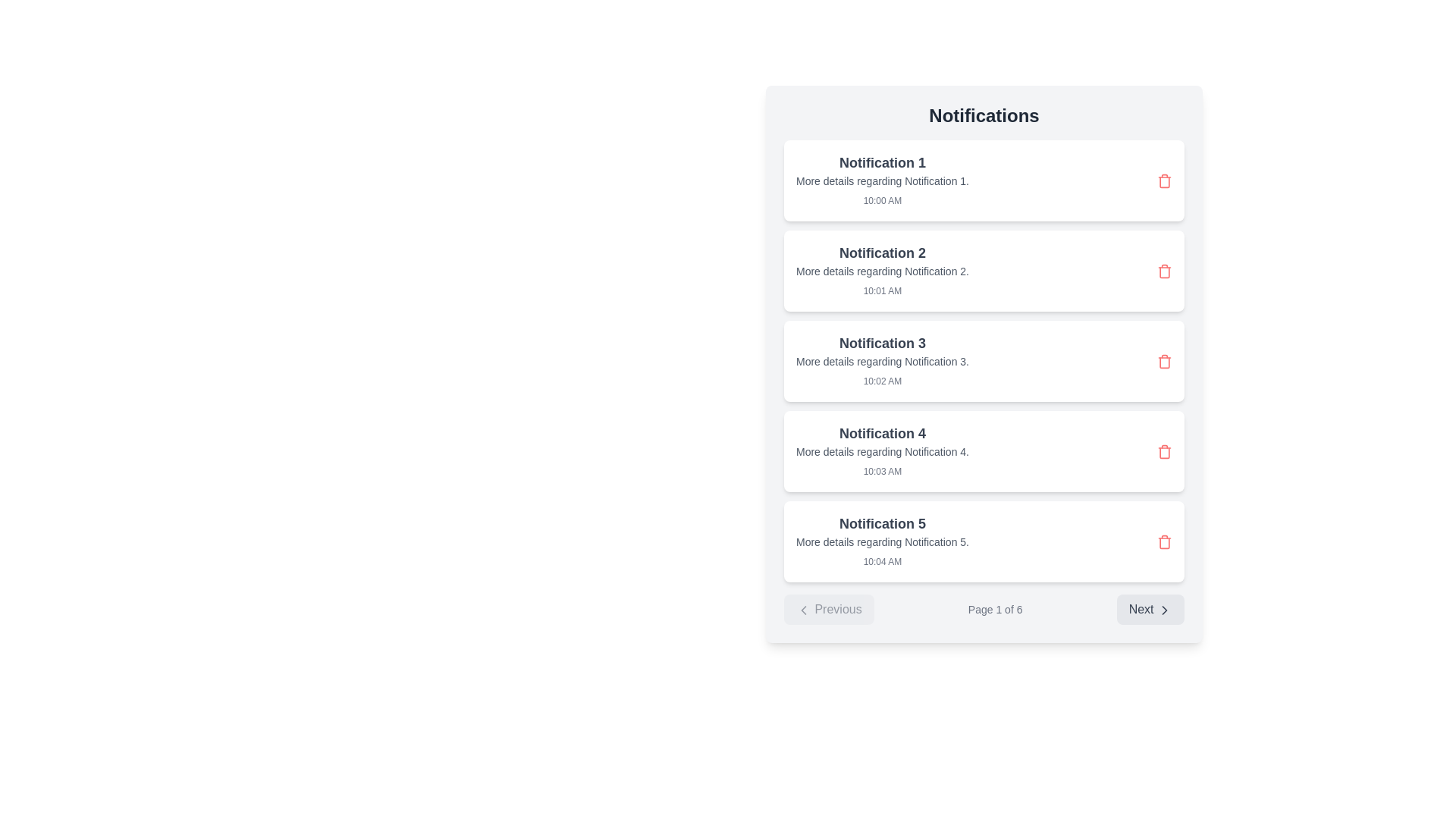 The image size is (1456, 819). I want to click on the fifth notification entry in the list that contains a title, brief description, and timestamp, located between 'Notification 4' and the 'Next' button, so click(883, 541).